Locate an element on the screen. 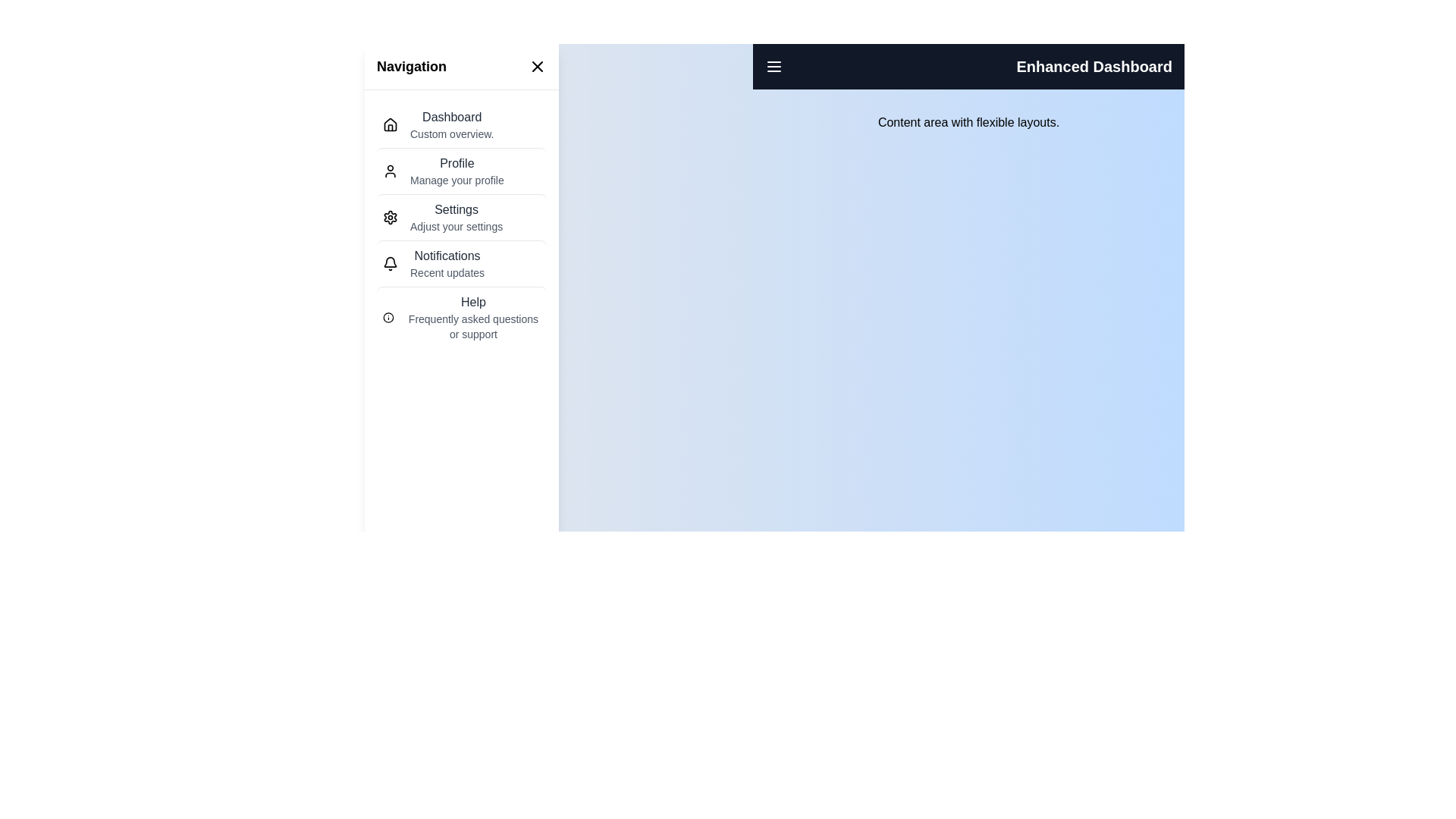 The width and height of the screenshot is (1456, 819). the second item in the sidebar navigation labeled 'Profile Management' is located at coordinates (461, 170).